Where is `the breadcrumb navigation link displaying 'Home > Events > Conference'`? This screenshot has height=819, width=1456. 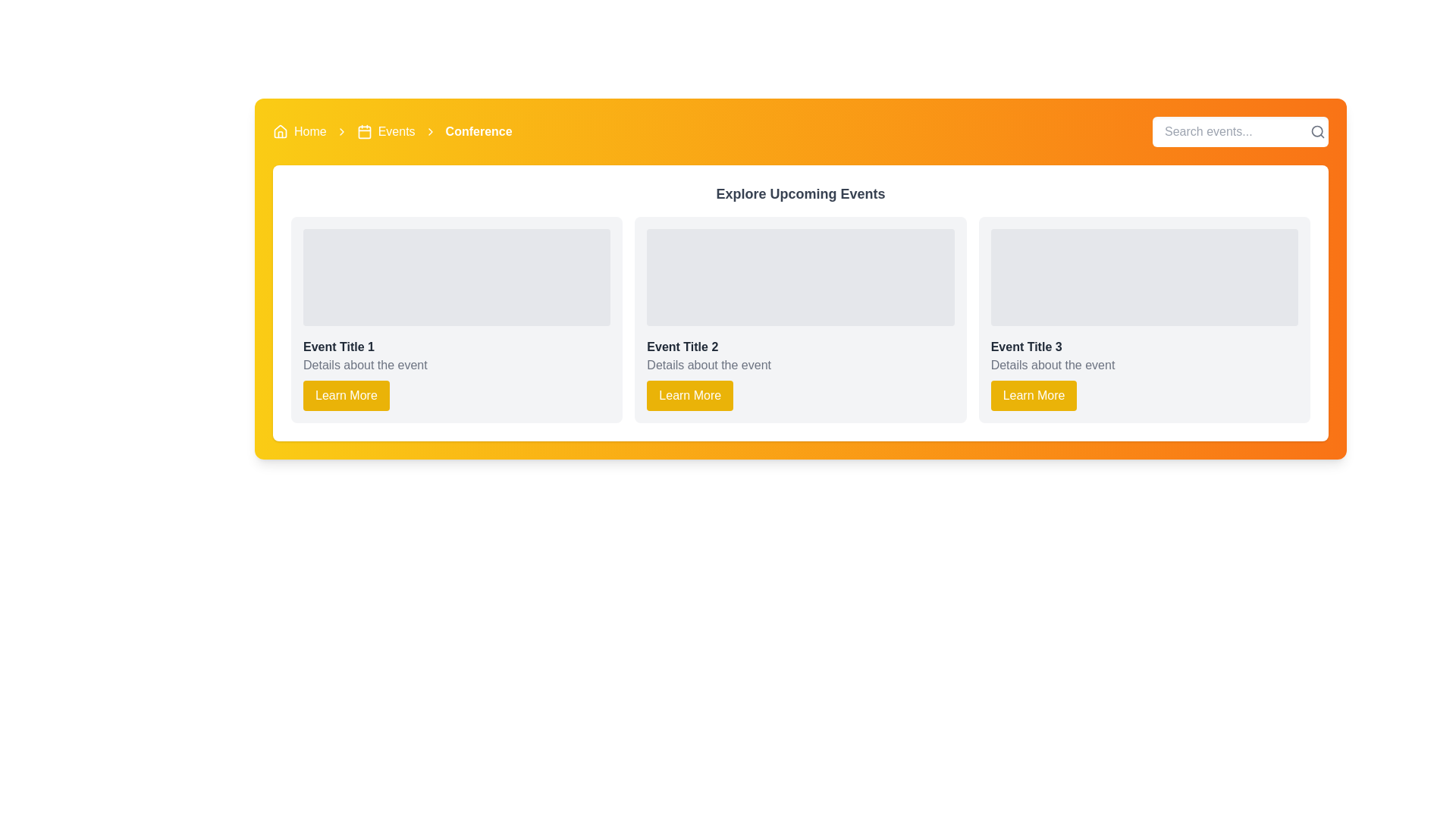 the breadcrumb navigation link displaying 'Home > Events > Conference' is located at coordinates (392, 130).